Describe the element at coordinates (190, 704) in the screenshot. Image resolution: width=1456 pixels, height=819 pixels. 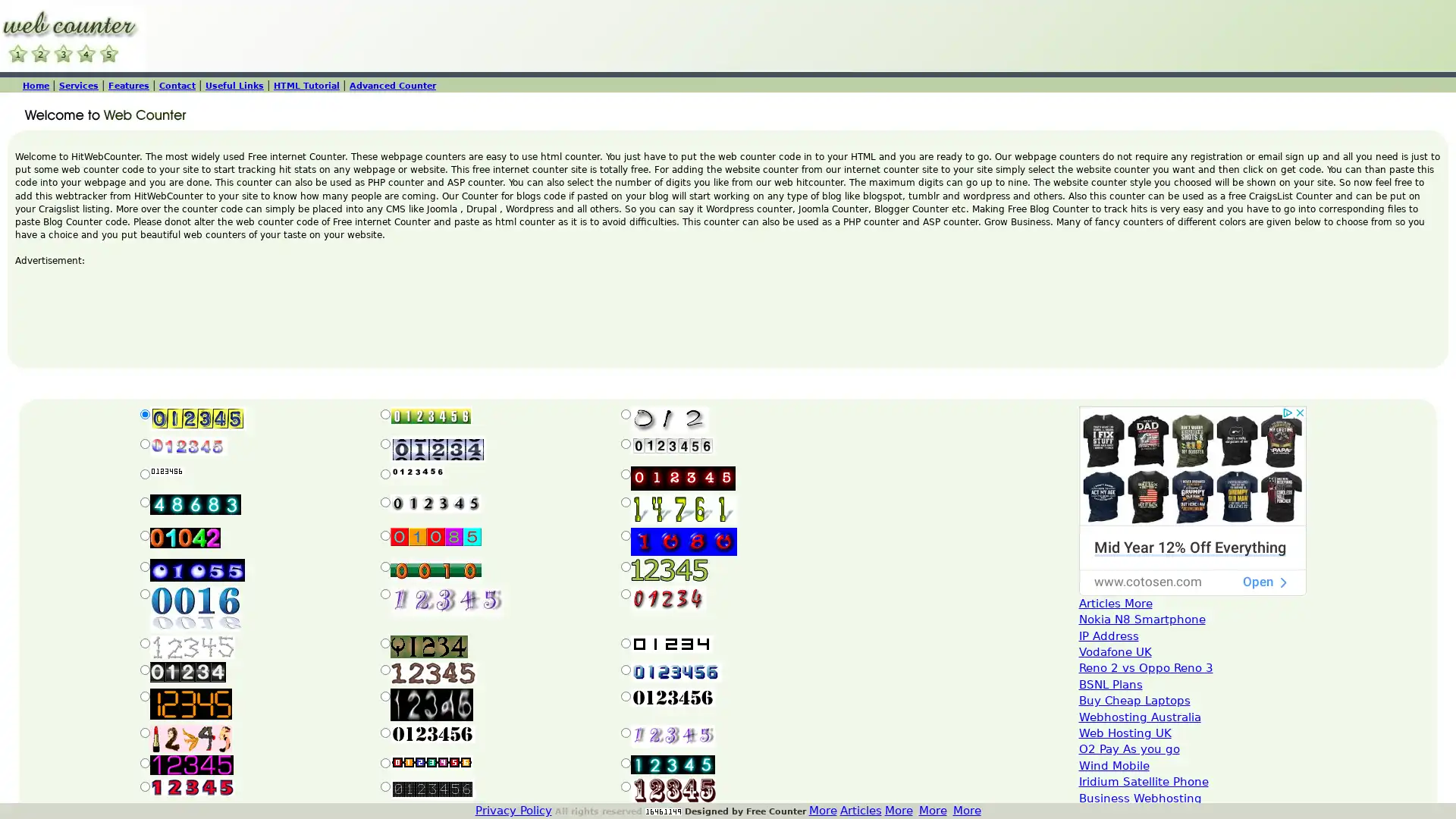
I see `Submit` at that location.